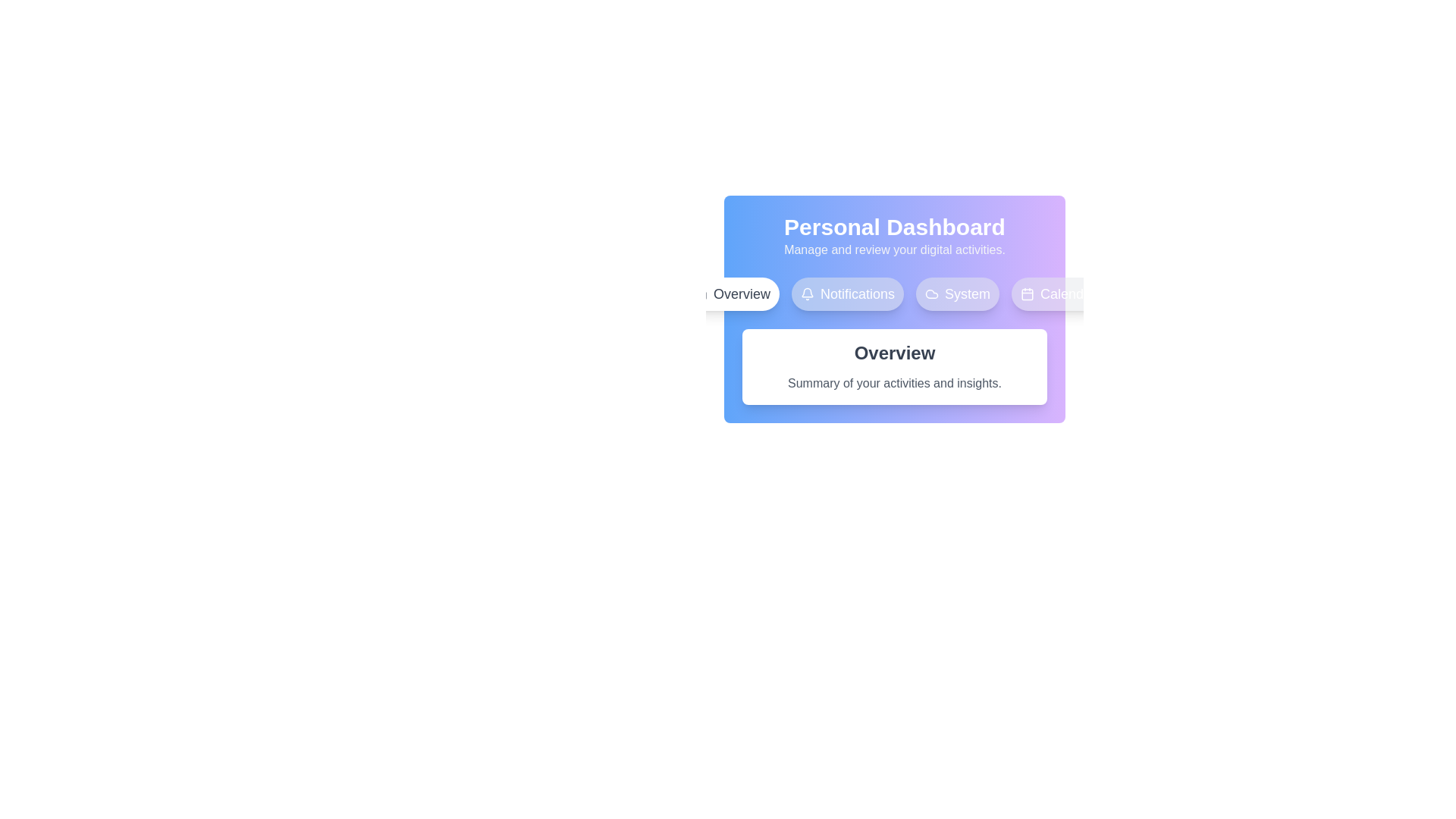 This screenshot has width=1456, height=819. I want to click on the tab labeled Calendar, so click(1058, 294).